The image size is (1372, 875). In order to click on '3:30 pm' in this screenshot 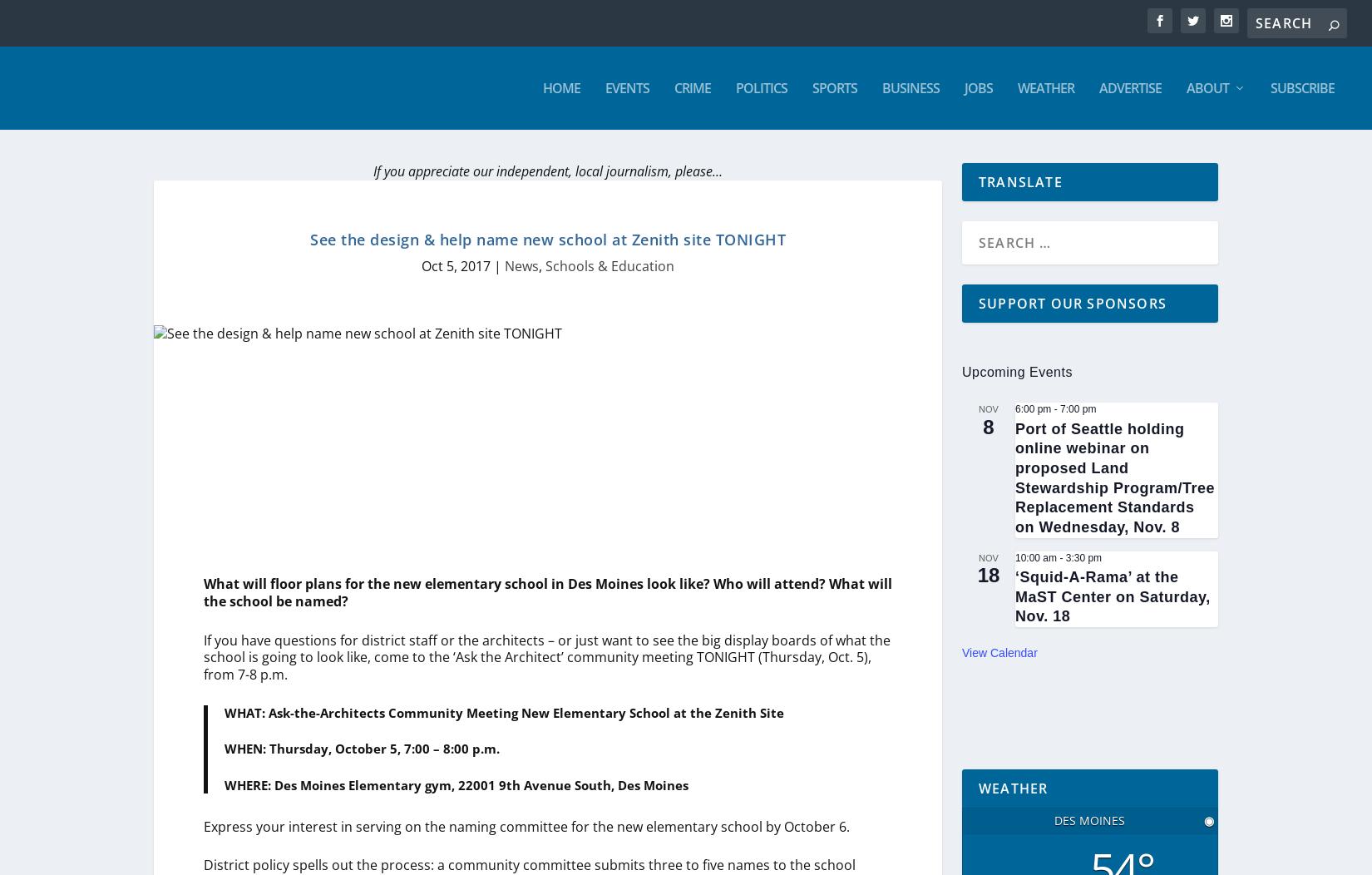, I will do `click(1083, 556)`.